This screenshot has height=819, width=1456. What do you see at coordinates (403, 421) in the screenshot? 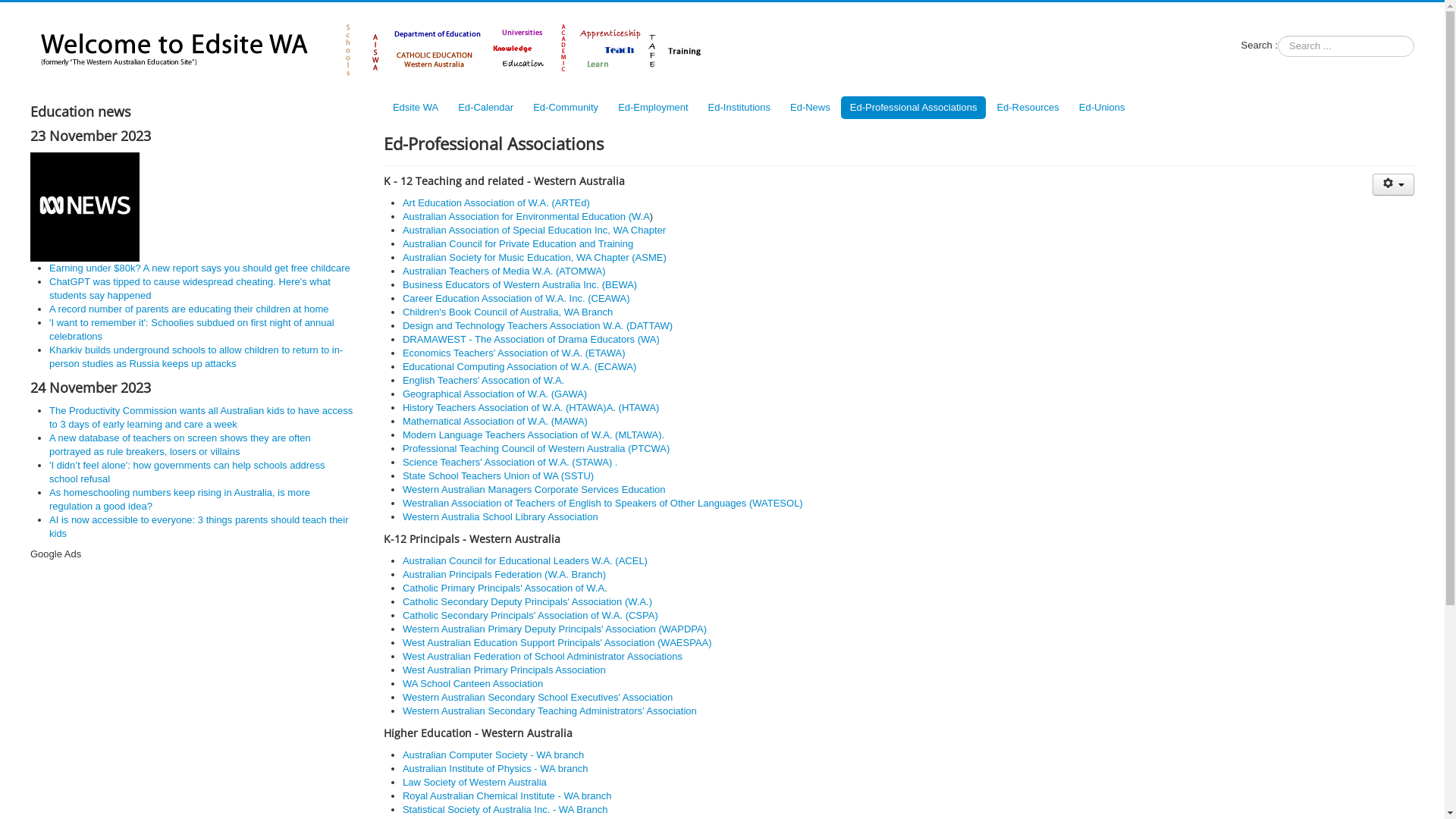
I see `'Mathematical Association of W.A. (MAWA)'` at bounding box center [403, 421].